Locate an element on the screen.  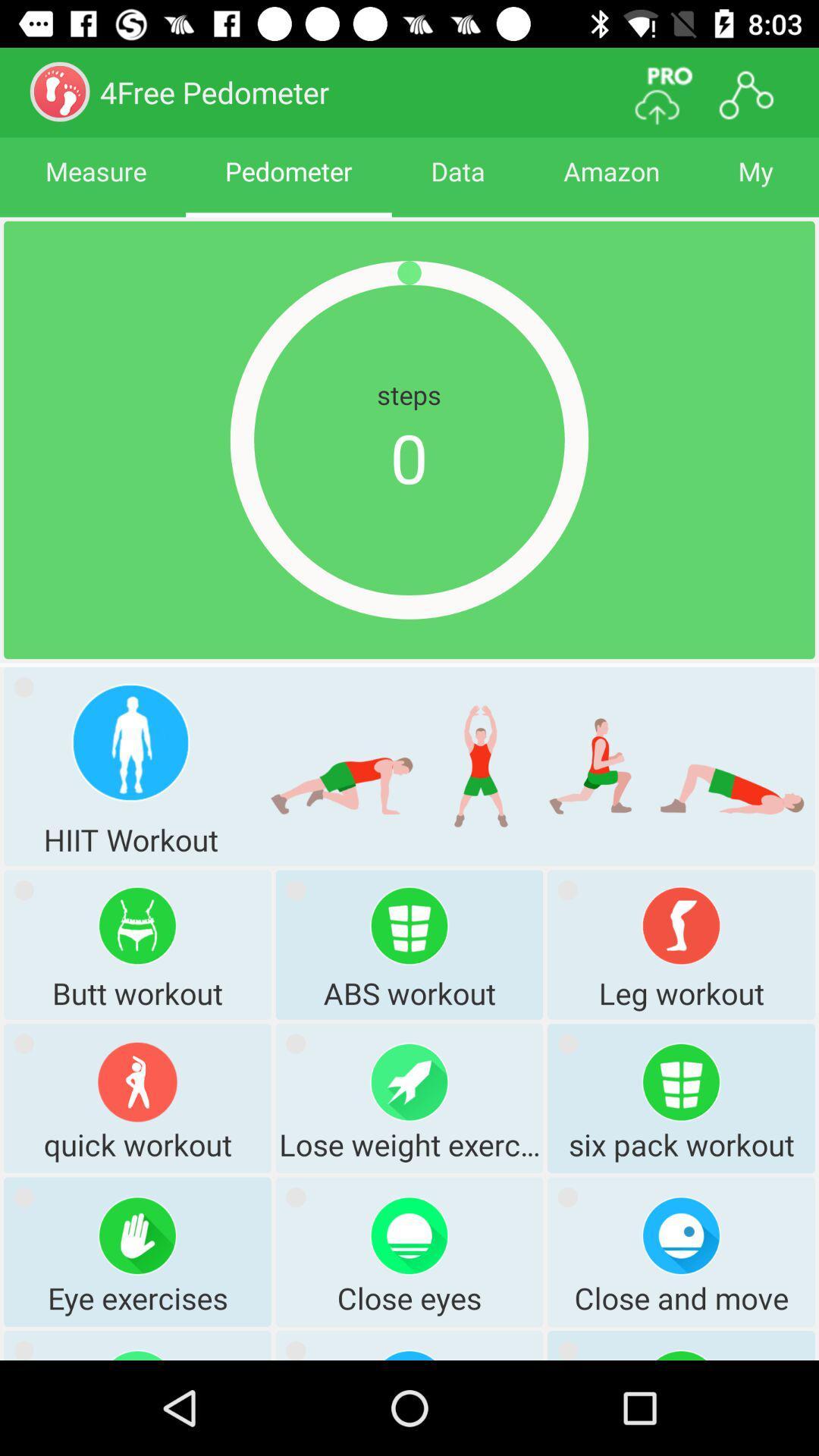
the measure app is located at coordinates (96, 184).